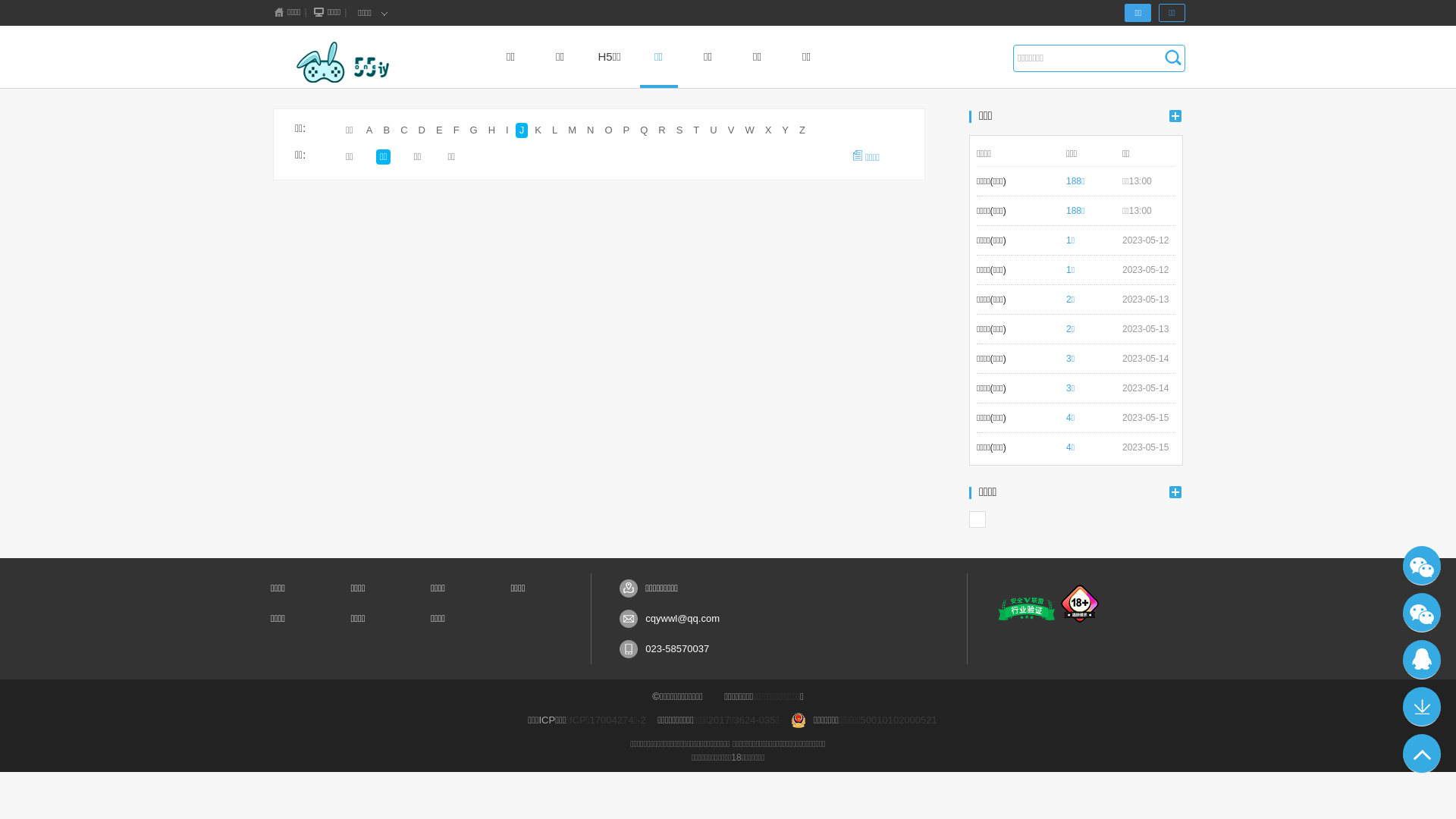  Describe the element at coordinates (369, 130) in the screenshot. I see `'A'` at that location.